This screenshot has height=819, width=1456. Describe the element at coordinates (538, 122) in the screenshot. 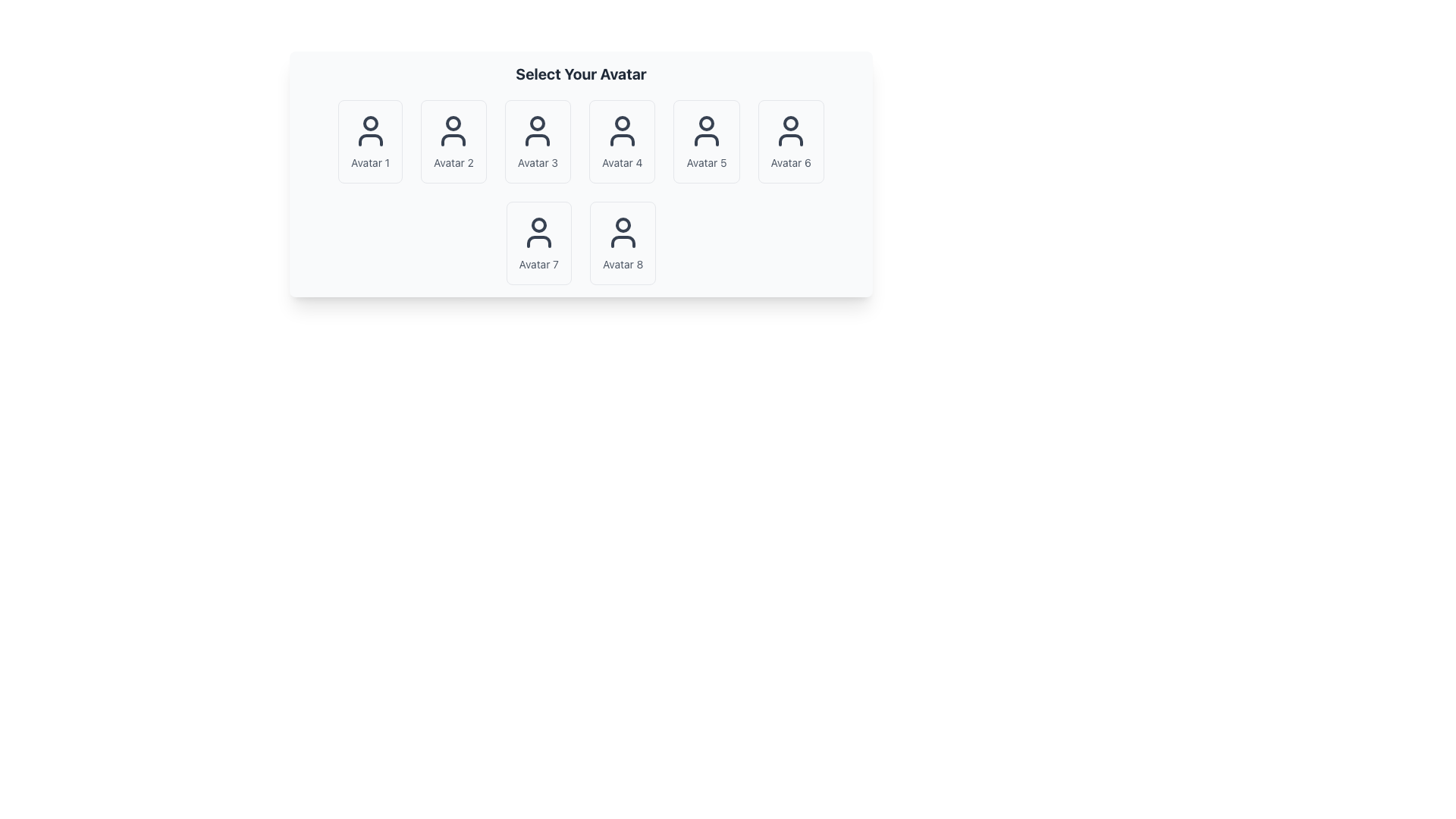

I see `the circular figure representing the head portion of 'Avatar 3' in the user icon grid layout` at that location.